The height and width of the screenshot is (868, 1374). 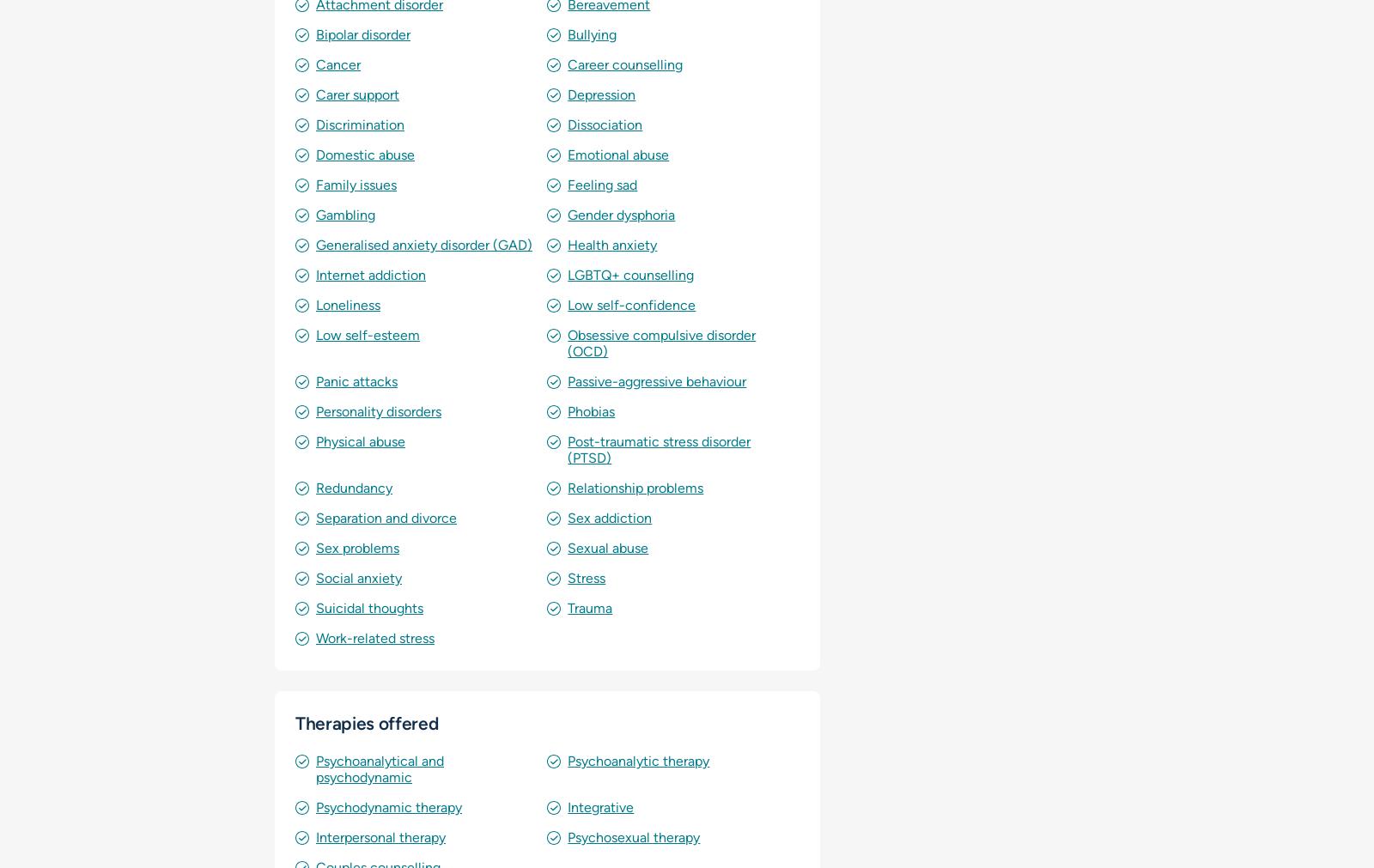 I want to click on 'Depression', so click(x=567, y=94).